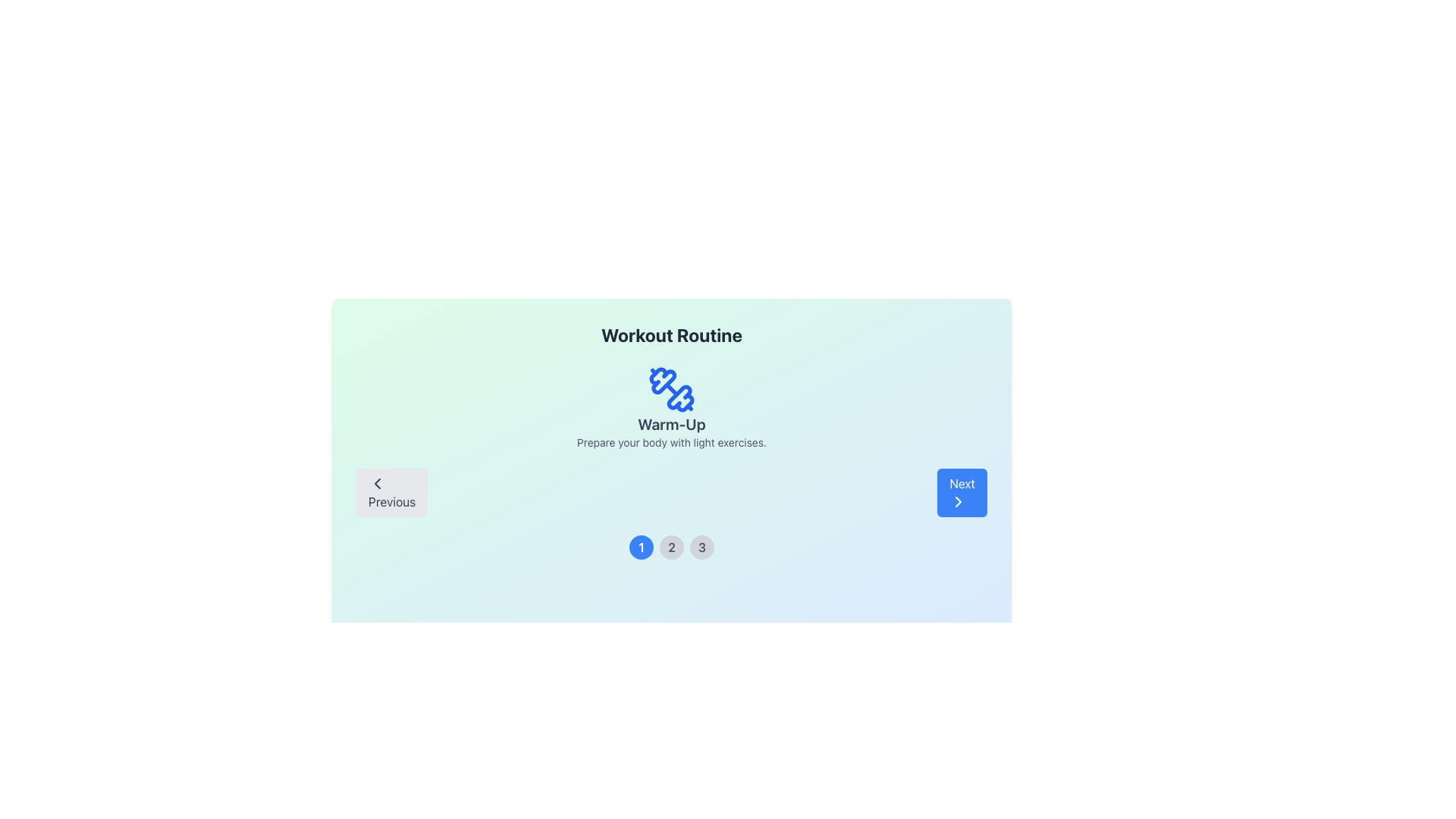 Image resolution: width=1456 pixels, height=819 pixels. What do you see at coordinates (671, 547) in the screenshot?
I see `the circular button labeled '2', which is centrally located in a row of three buttons at the bottom of the interface` at bounding box center [671, 547].